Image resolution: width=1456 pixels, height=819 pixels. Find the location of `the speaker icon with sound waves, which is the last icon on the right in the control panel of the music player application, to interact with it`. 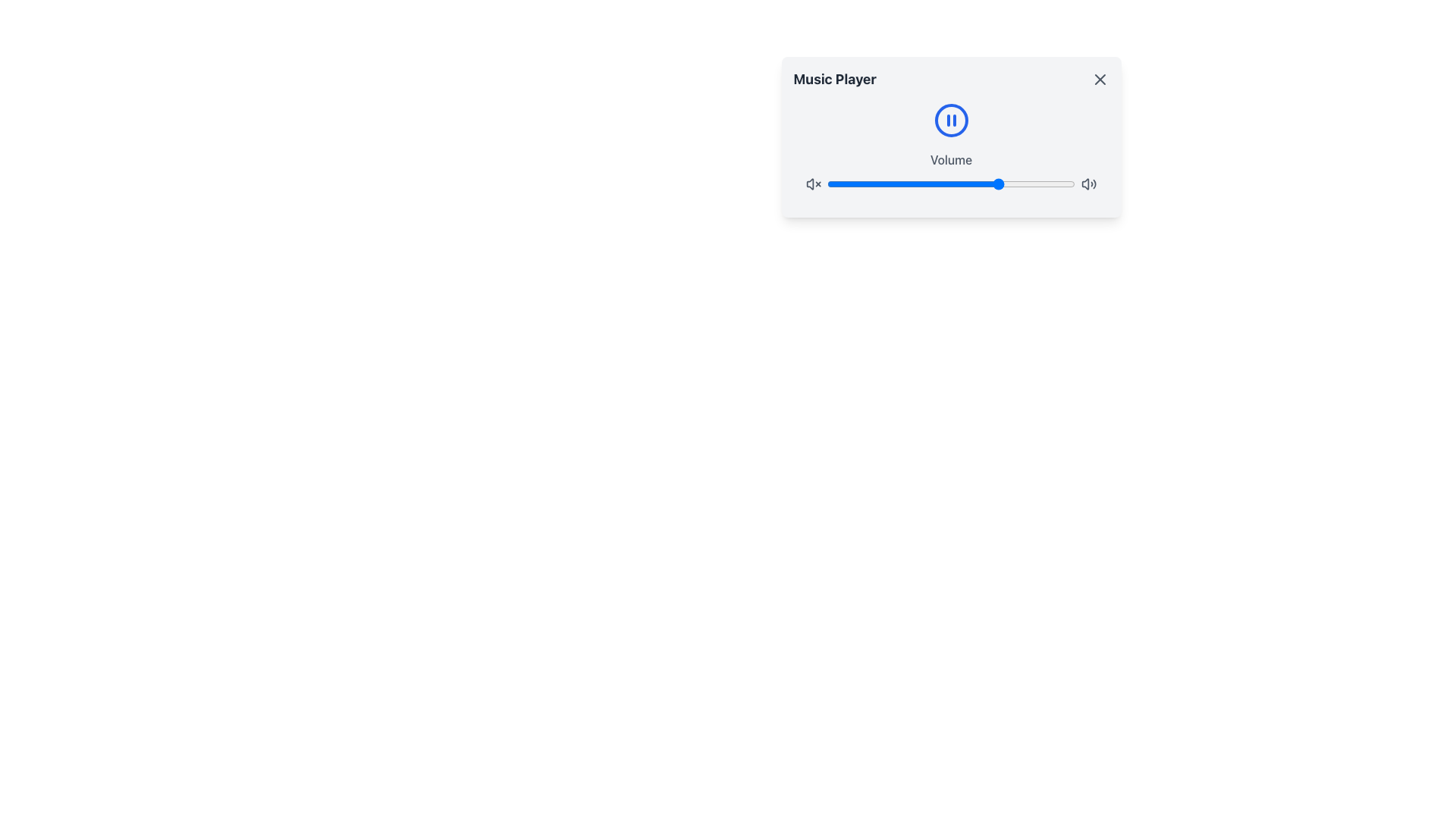

the speaker icon with sound waves, which is the last icon on the right in the control panel of the music player application, to interact with it is located at coordinates (1088, 184).